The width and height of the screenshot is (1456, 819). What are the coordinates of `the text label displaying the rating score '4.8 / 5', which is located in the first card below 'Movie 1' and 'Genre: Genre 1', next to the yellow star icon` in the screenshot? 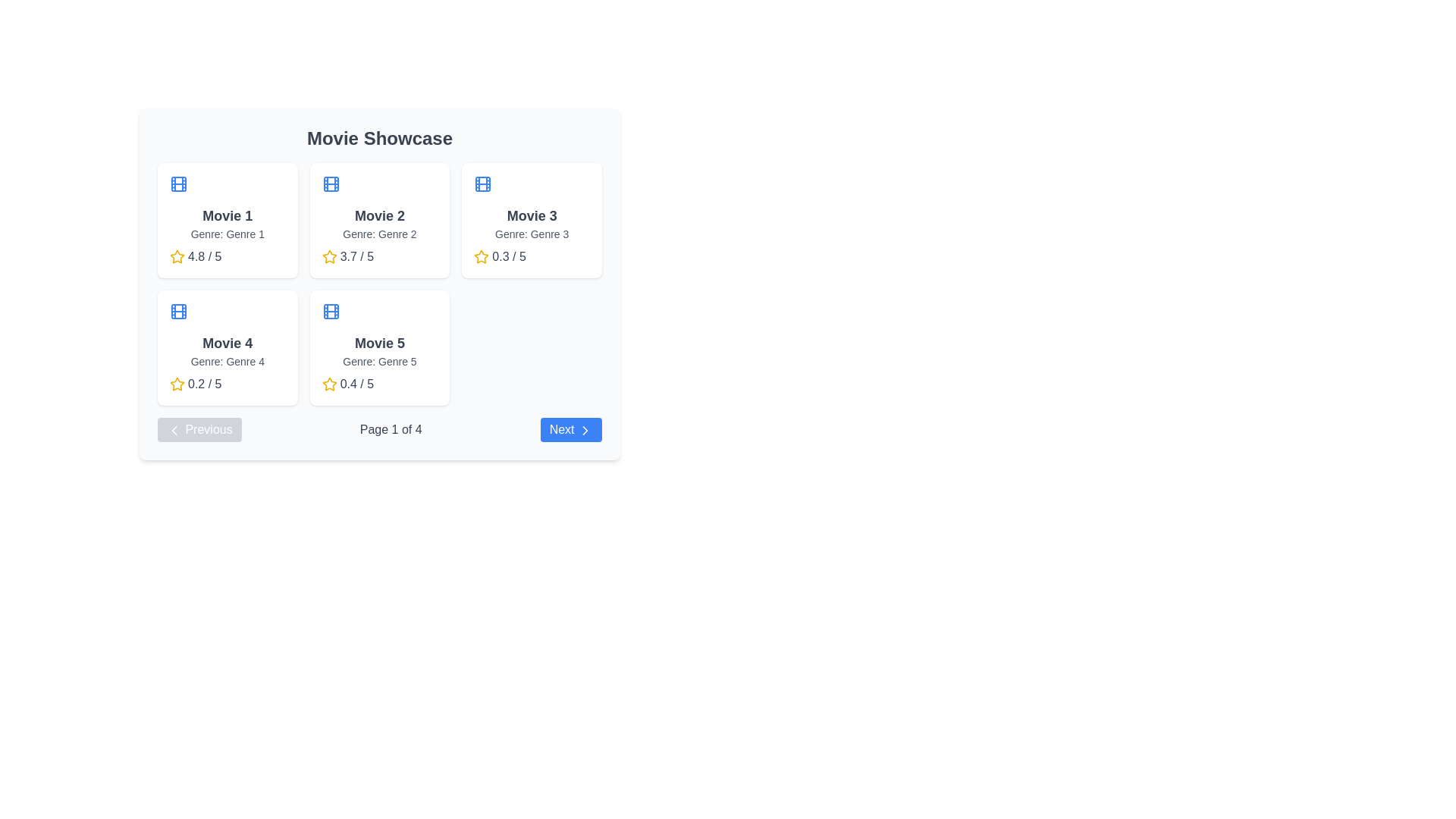 It's located at (204, 256).